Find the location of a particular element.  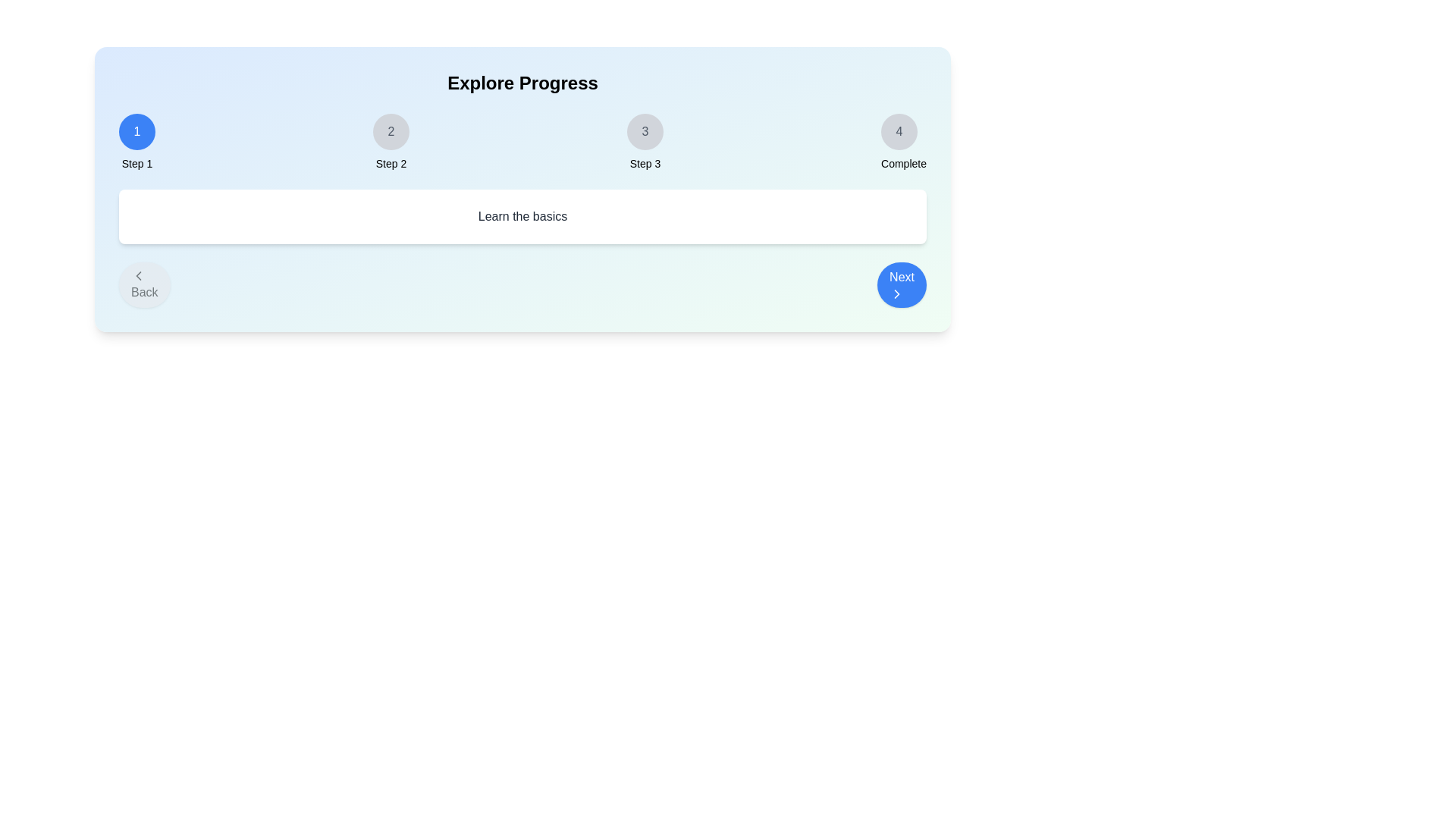

the 'Next' button to navigate to the next step is located at coordinates (902, 284).